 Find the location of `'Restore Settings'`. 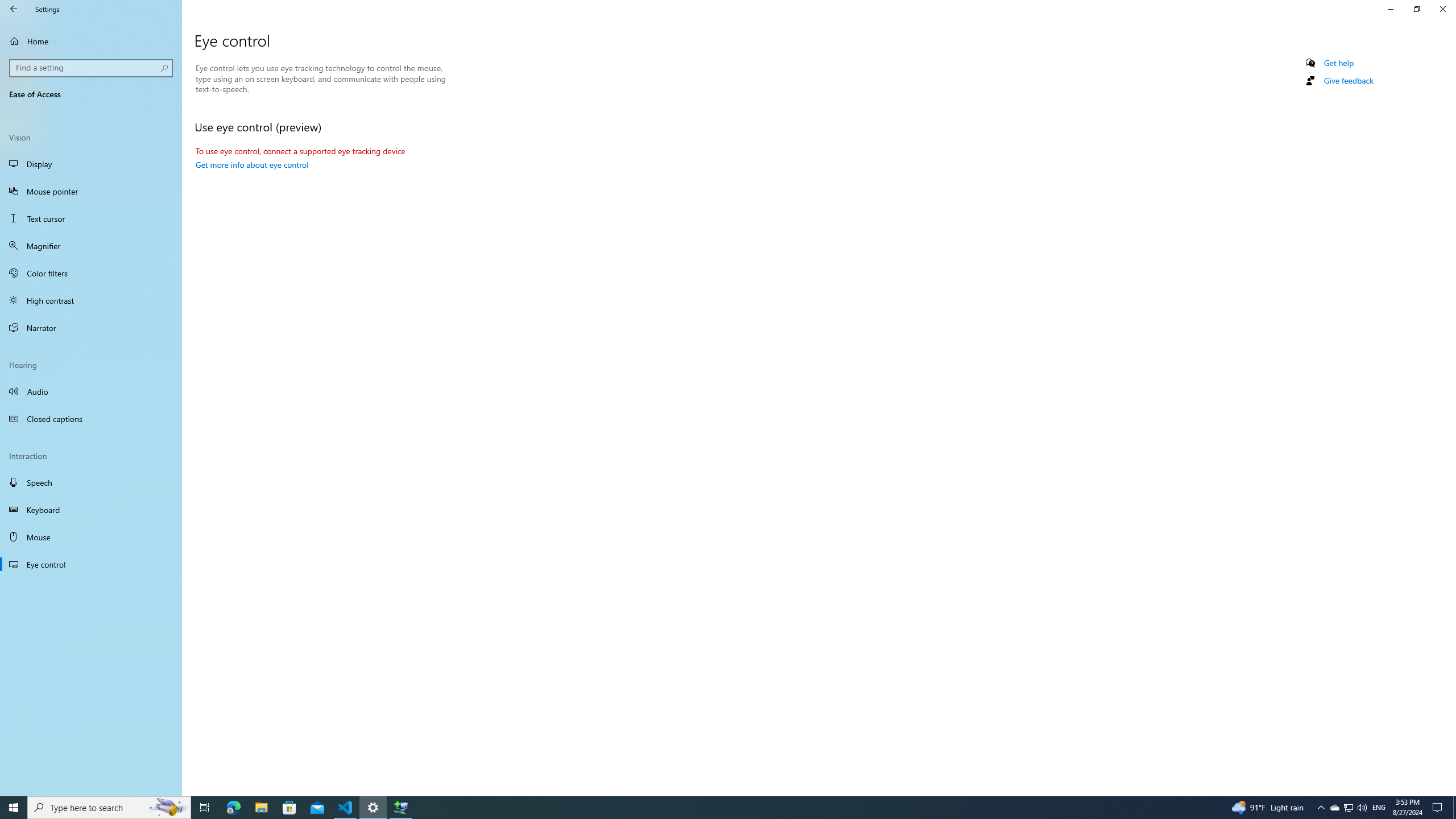

'Restore Settings' is located at coordinates (1416, 9).